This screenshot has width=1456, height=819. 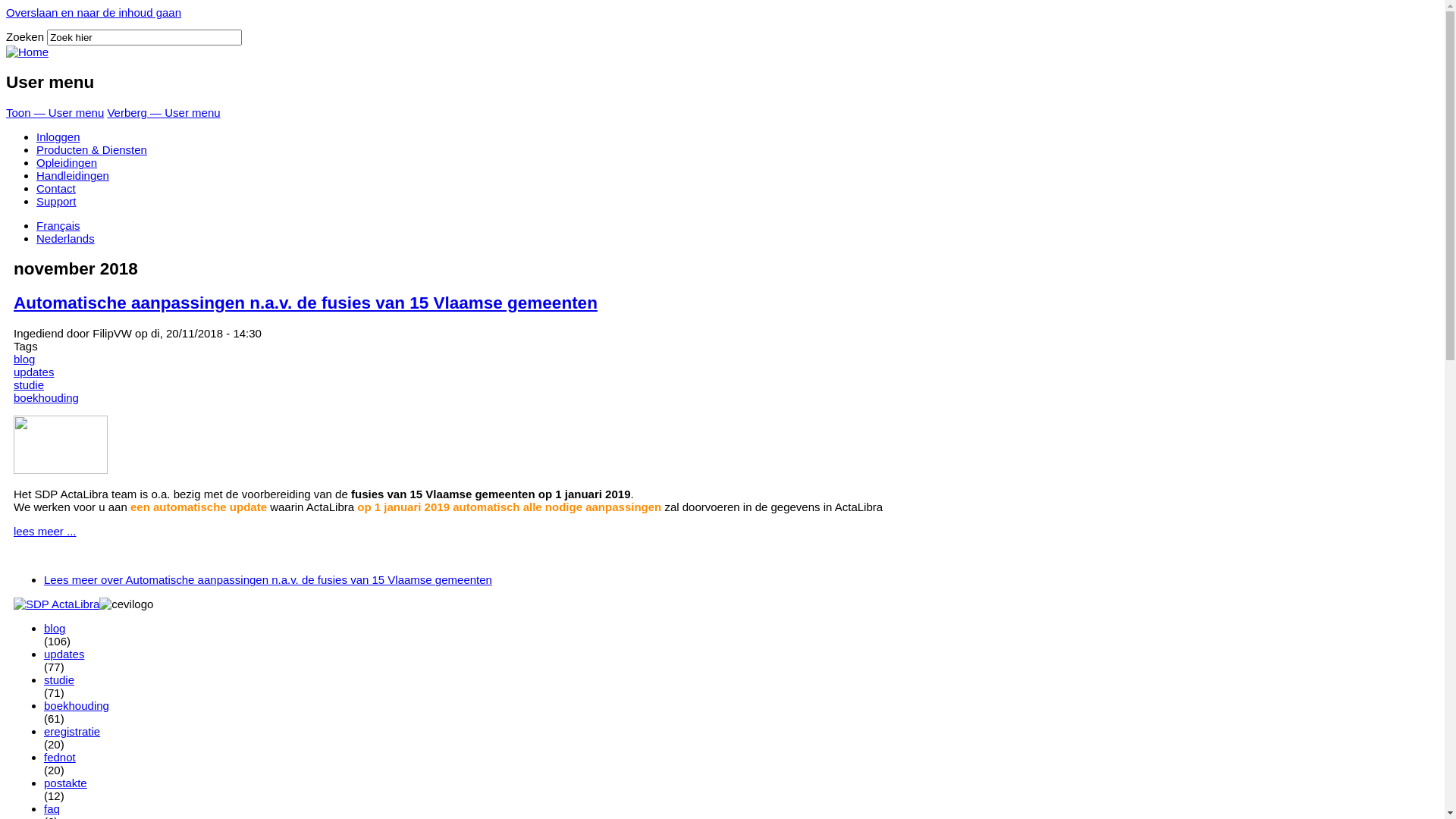 I want to click on 'blog', so click(x=55, y=628).